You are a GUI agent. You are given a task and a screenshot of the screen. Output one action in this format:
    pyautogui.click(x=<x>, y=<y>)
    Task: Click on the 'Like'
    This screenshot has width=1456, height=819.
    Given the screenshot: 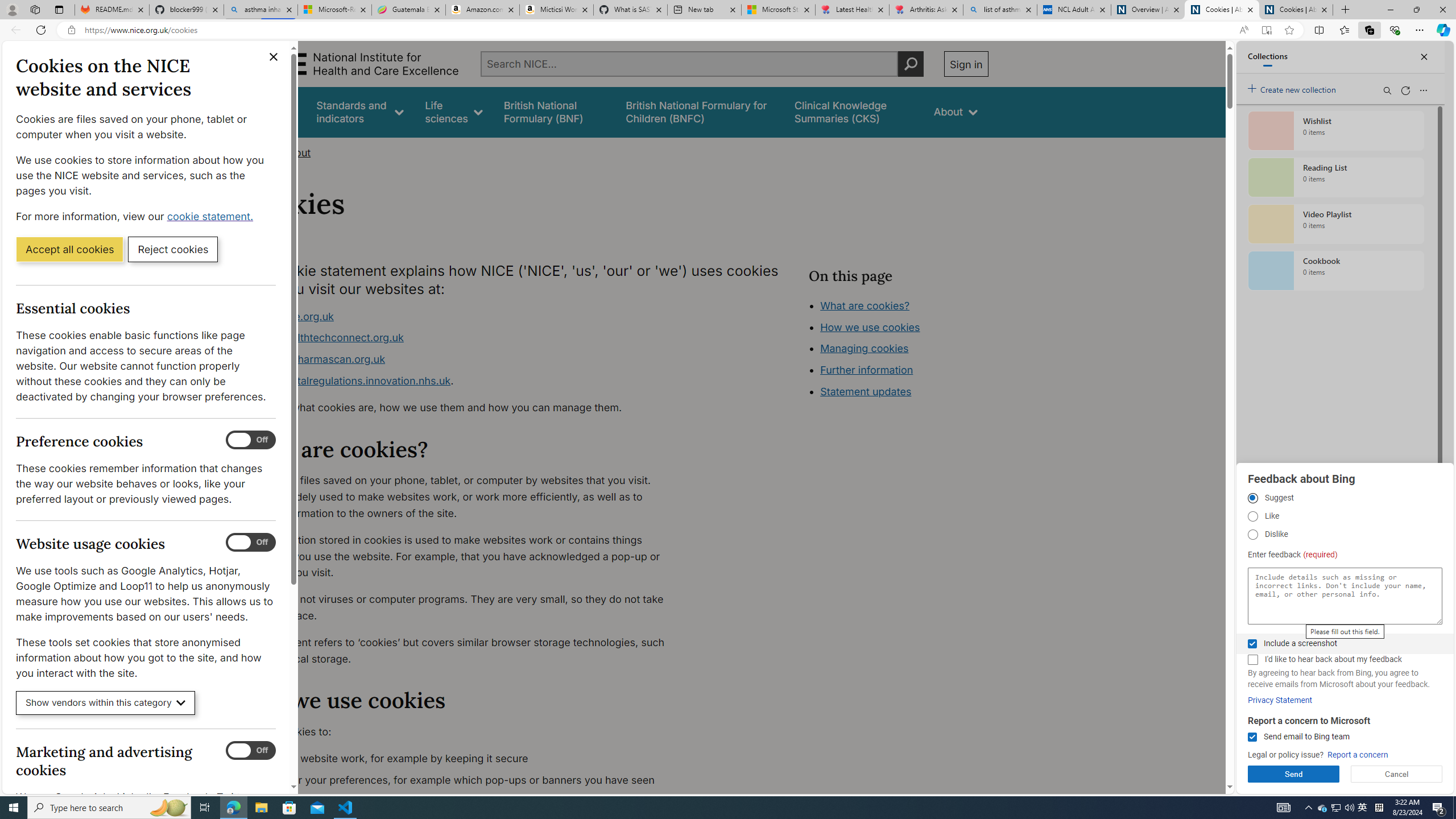 What is the action you would take?
    pyautogui.click(x=1252, y=516)
    